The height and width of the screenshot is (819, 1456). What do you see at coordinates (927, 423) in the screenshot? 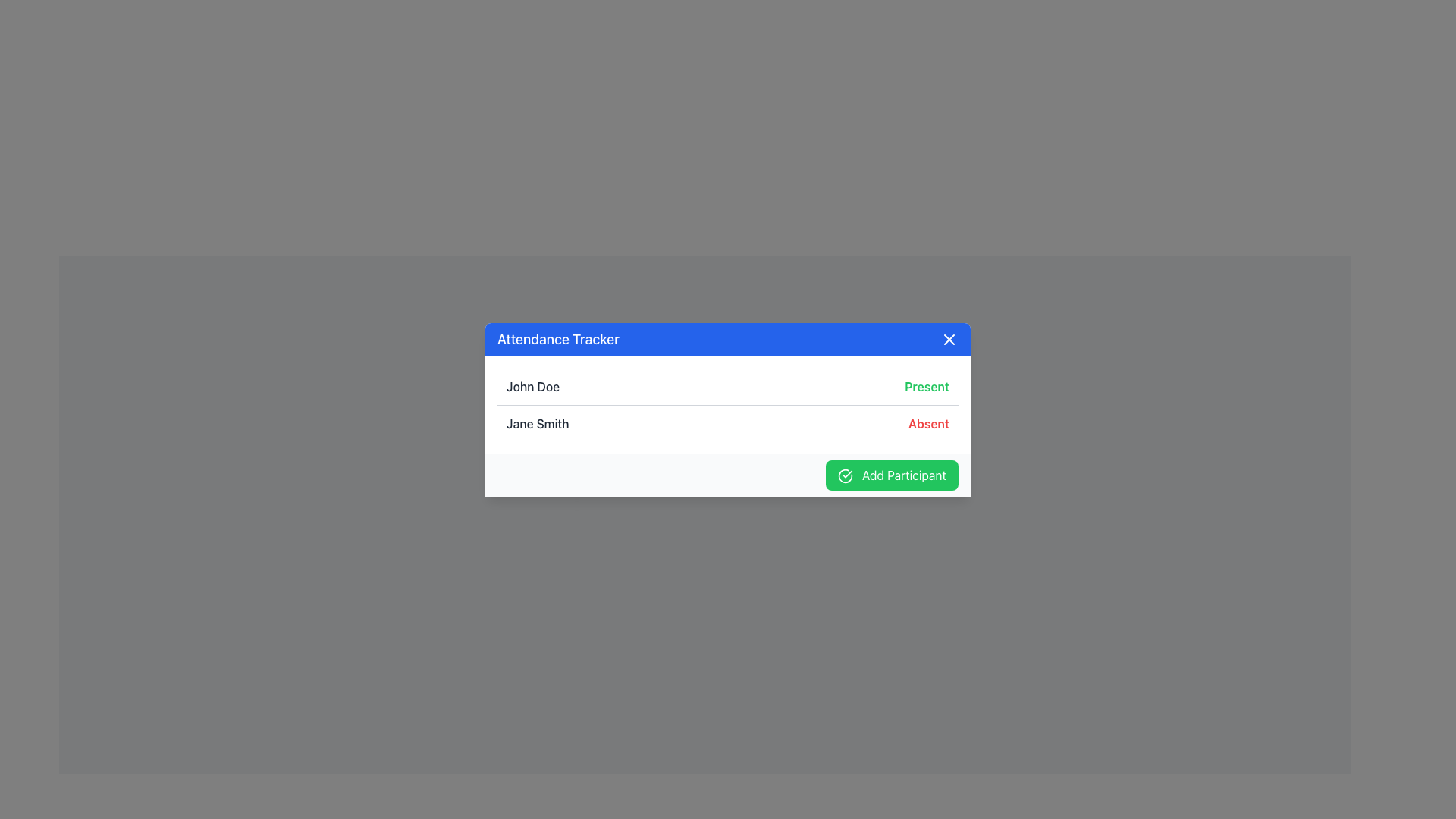
I see `the bold red text label 'Absent' located in the second row of the table, to the right of 'Jane Smith'` at bounding box center [927, 423].